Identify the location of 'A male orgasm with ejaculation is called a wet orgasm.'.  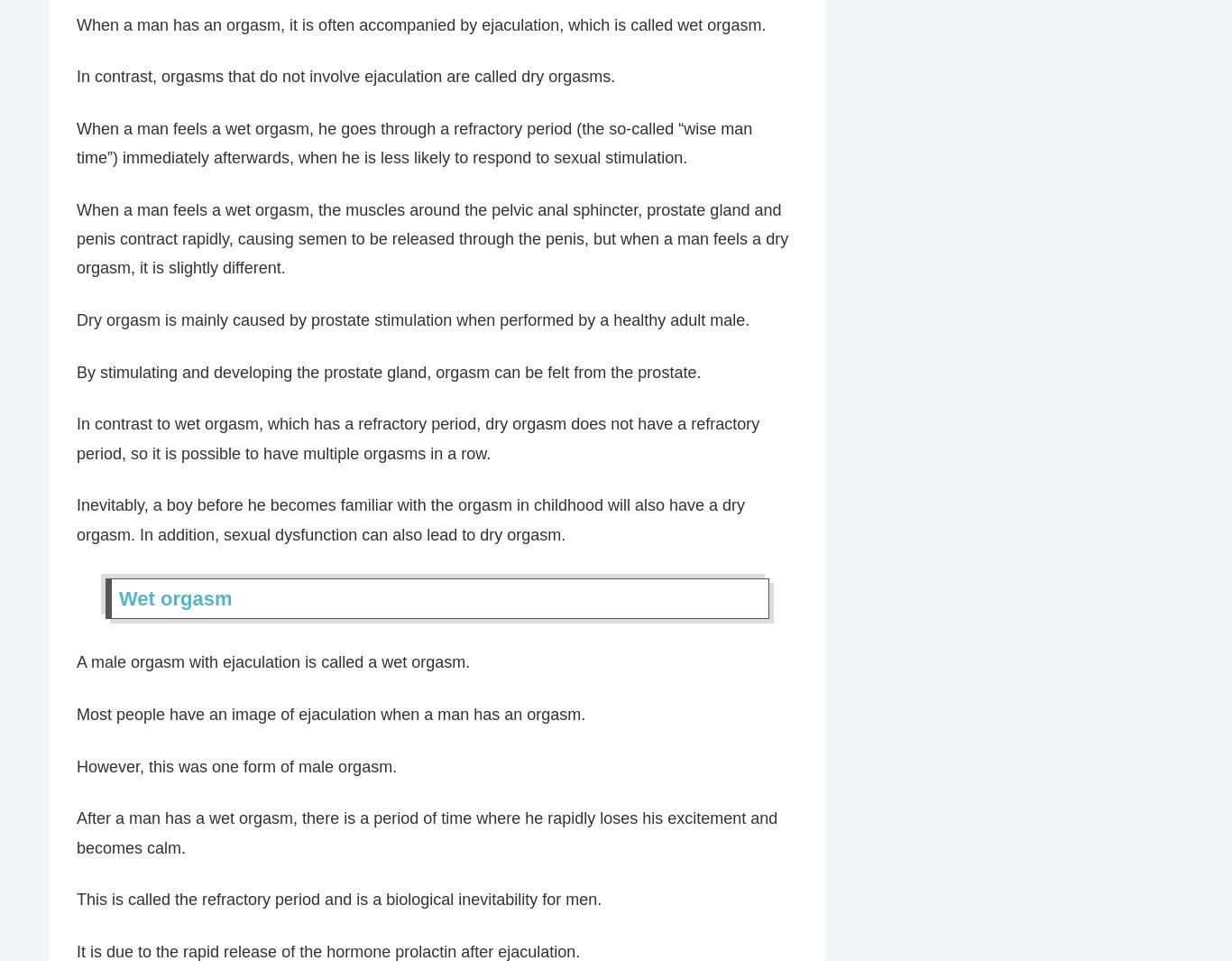
(272, 661).